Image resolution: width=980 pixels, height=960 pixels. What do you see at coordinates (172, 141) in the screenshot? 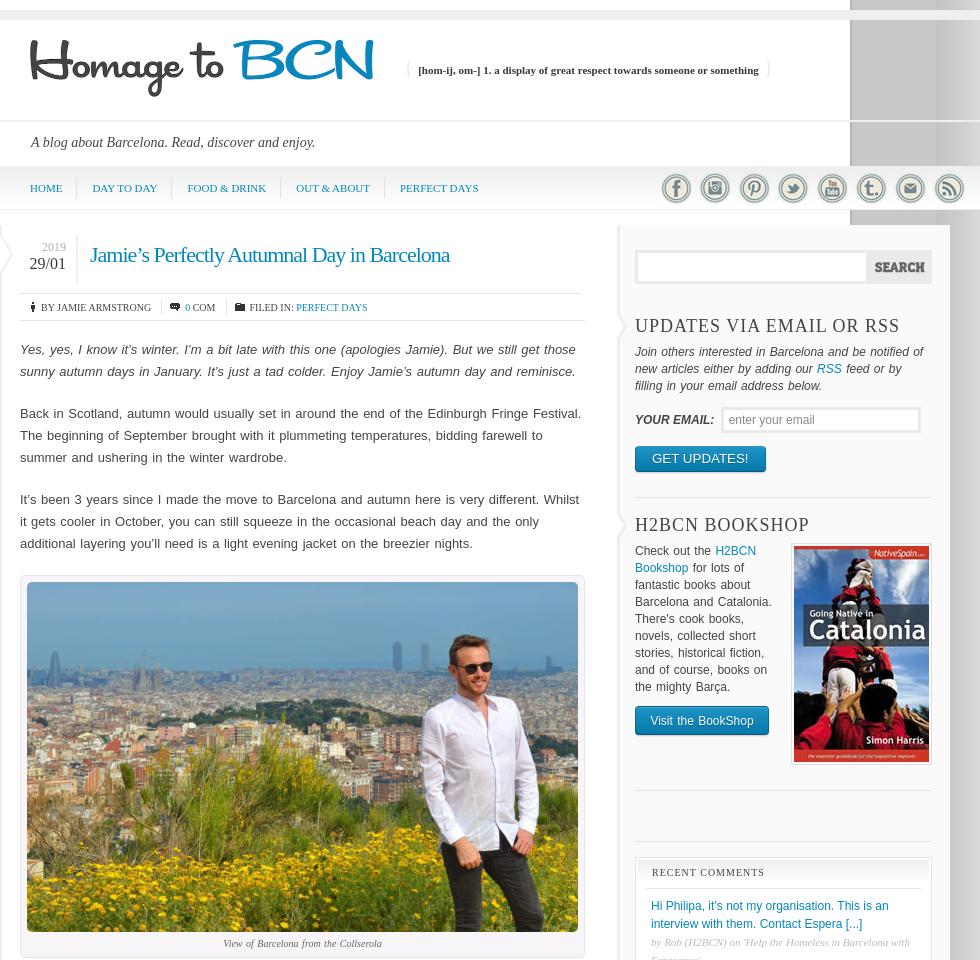
I see `'A blog about Barcelona. Read, discover and enjoy.'` at bounding box center [172, 141].